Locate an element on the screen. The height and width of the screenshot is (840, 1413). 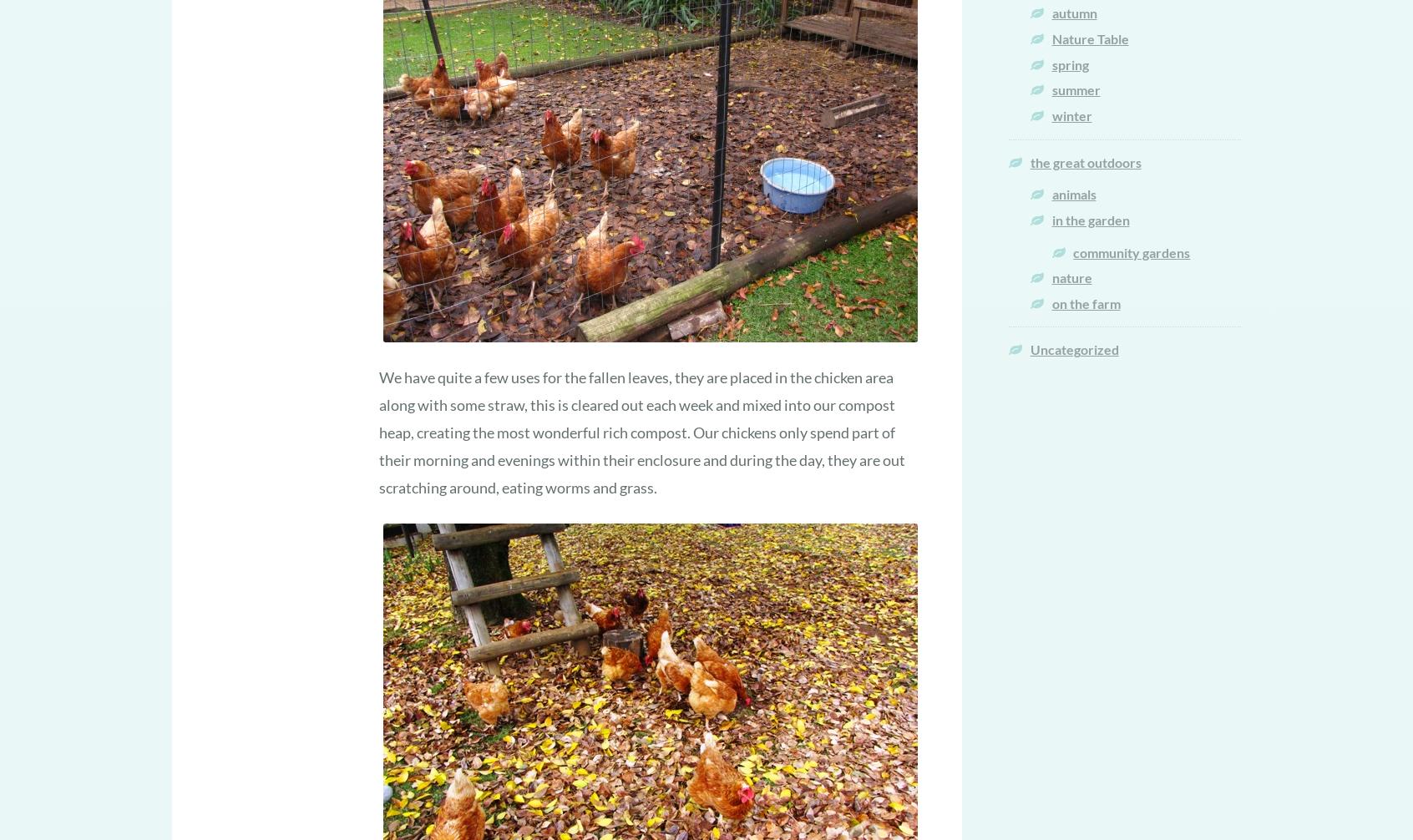
'in the garden' is located at coordinates (1089, 218).